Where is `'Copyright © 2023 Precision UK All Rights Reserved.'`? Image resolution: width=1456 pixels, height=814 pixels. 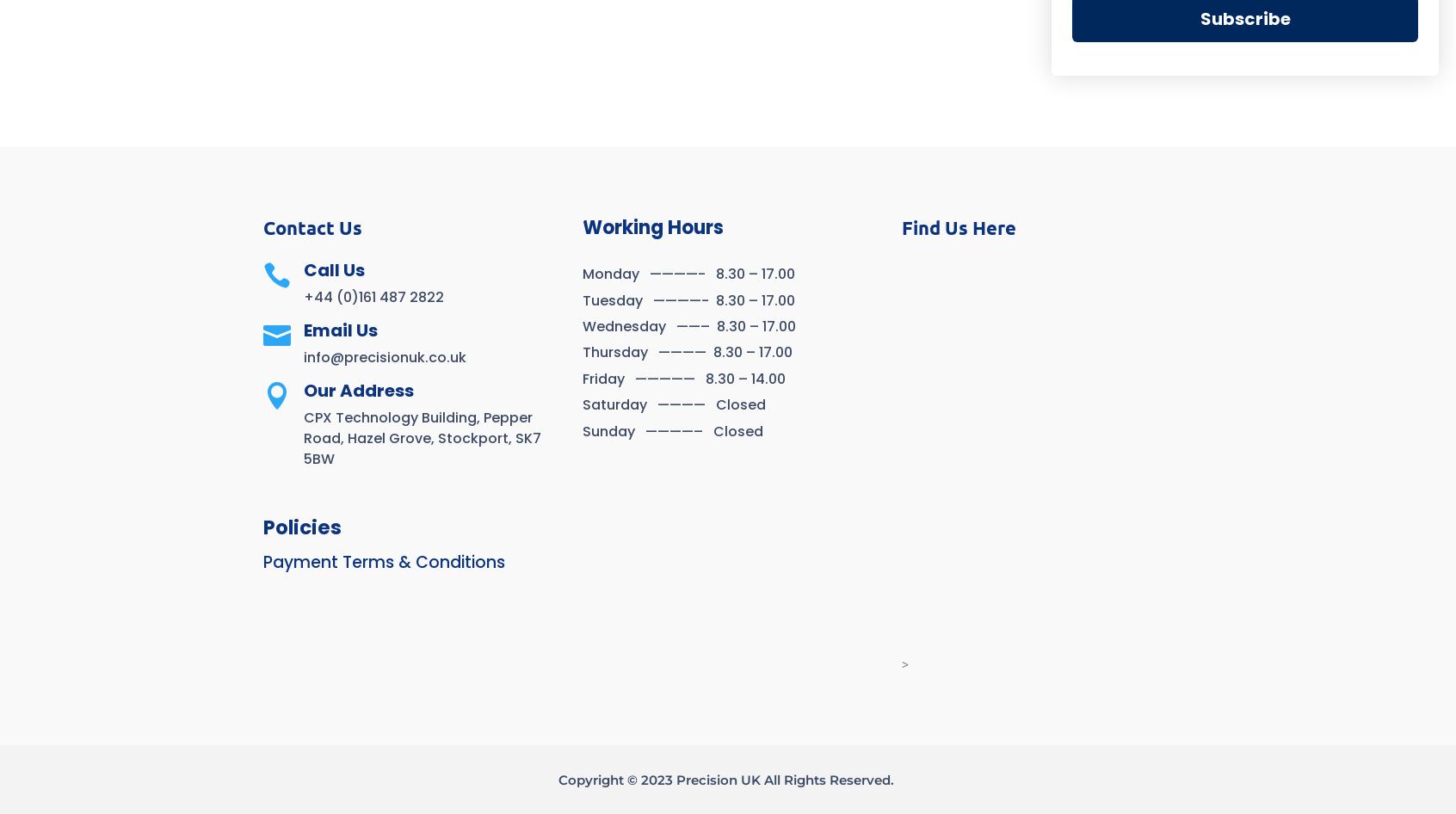 'Copyright © 2023 Precision UK All Rights Reserved.' is located at coordinates (558, 778).